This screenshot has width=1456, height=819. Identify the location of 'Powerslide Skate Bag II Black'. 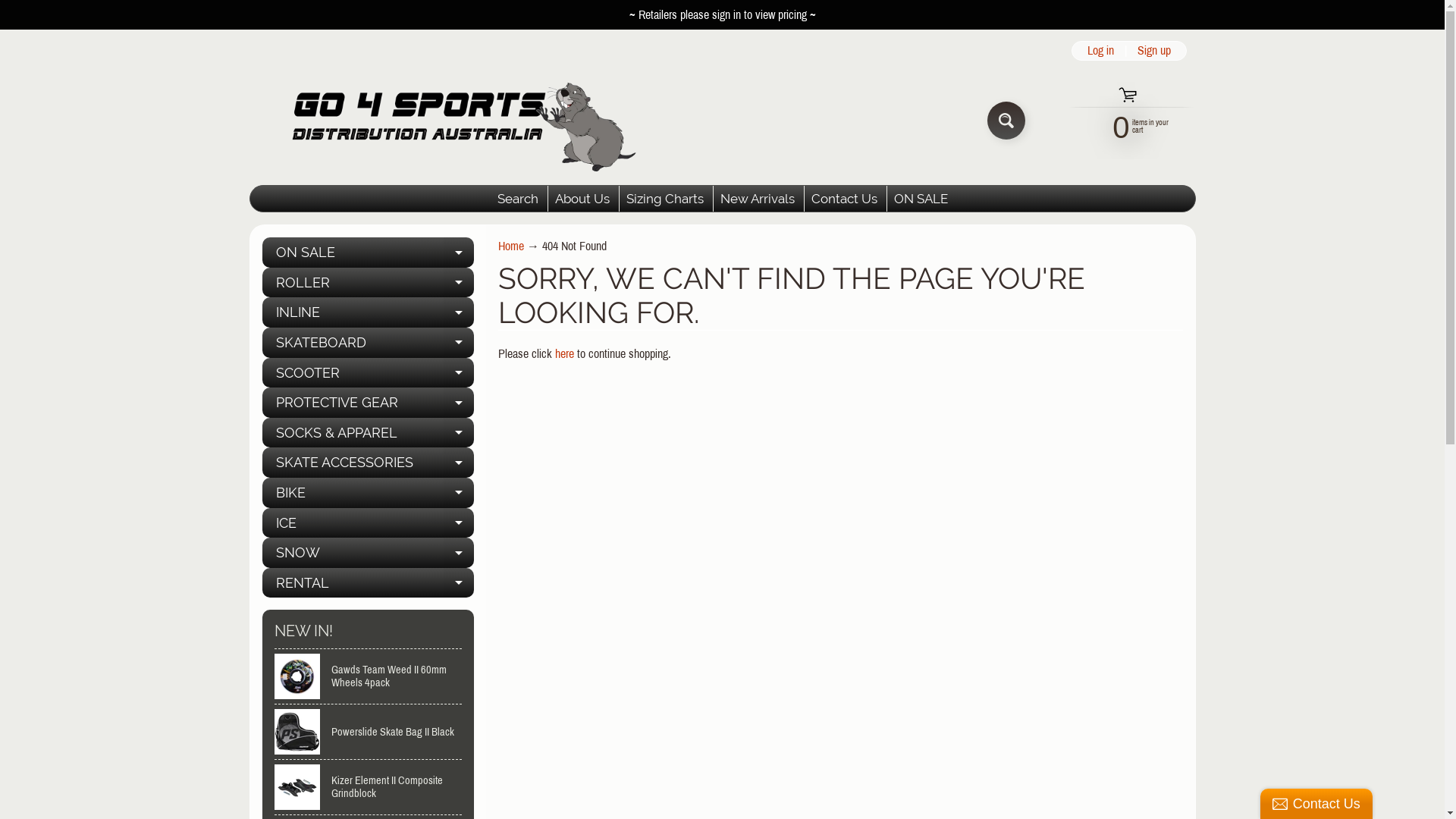
(368, 730).